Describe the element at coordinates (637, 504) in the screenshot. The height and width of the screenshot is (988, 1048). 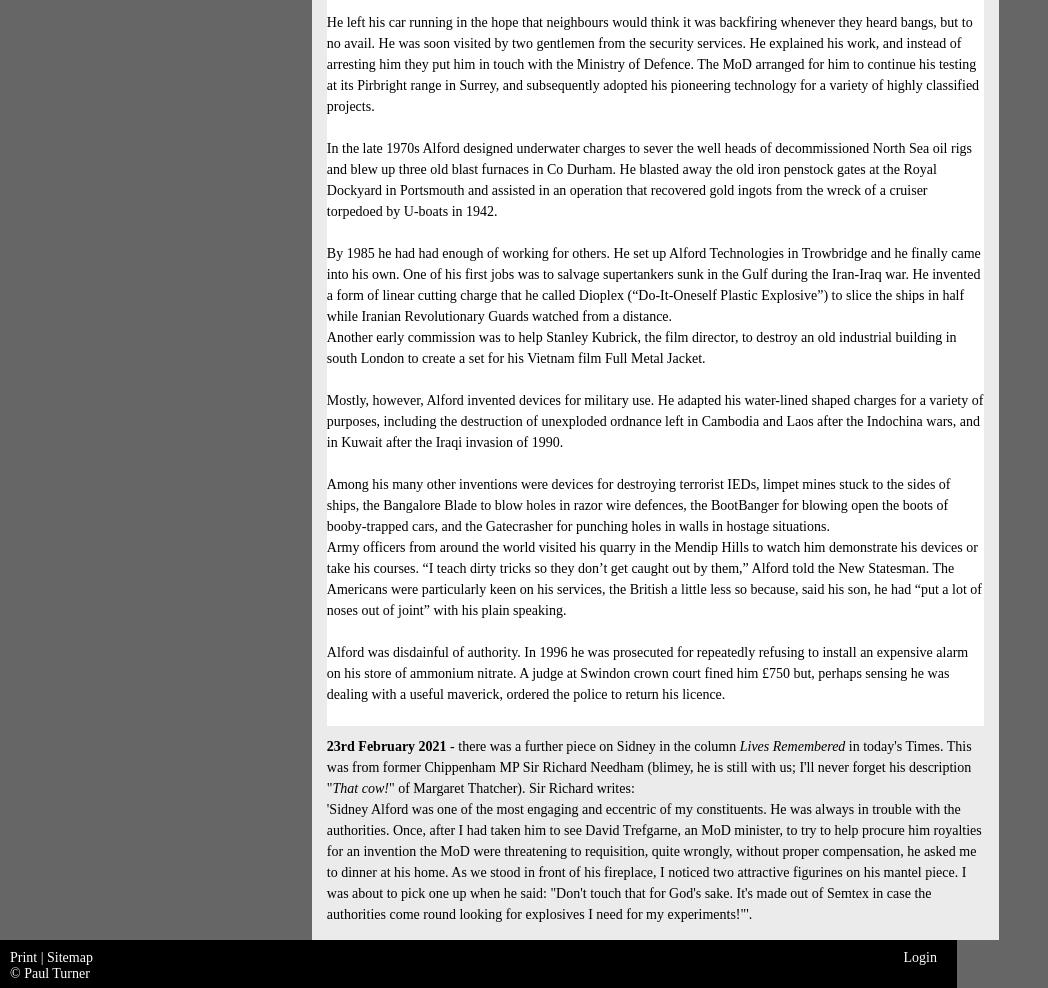
I see `'Among his many other inventions were devices
for destroying terrorist IEDs, limpet mines stuck to the sides of ships, the Bangalore Blade to blow holes in razor wire defences, the BootBanger for blowing open the boots of booby-trapped cars, and
the Gatecrasher for punching holes in walls in hostage situations.'` at that location.